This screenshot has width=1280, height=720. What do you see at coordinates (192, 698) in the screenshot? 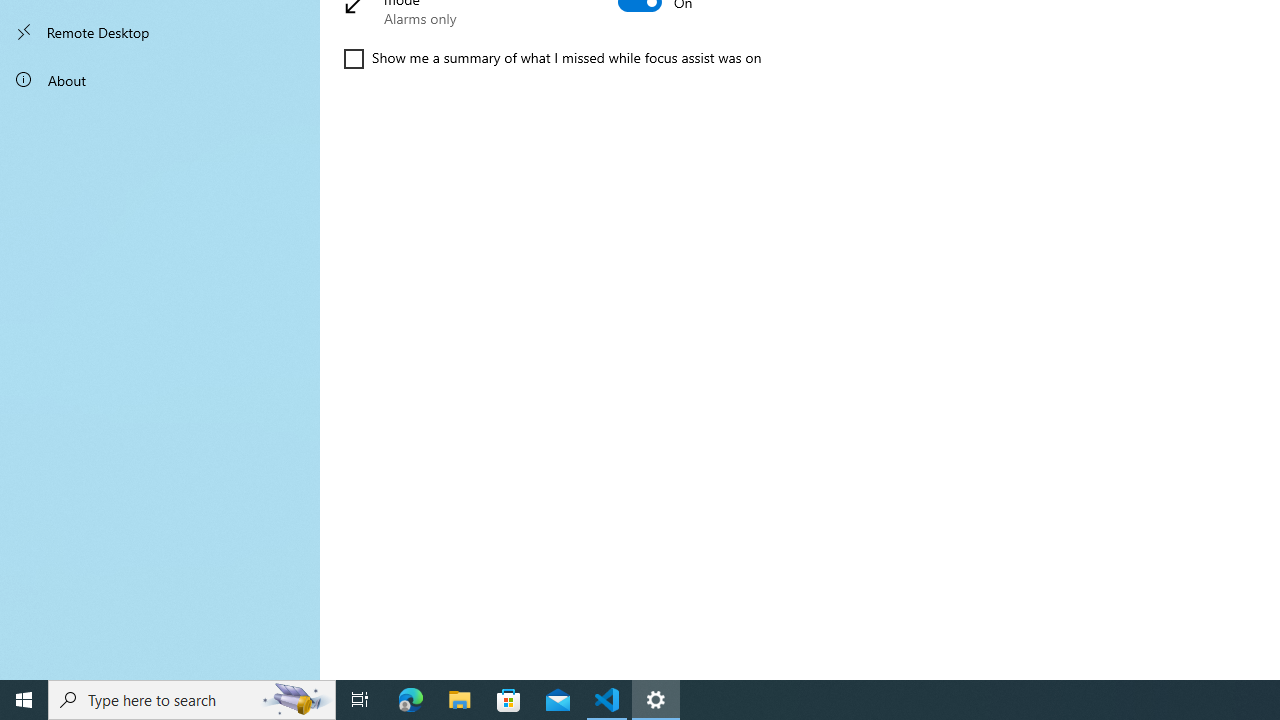
I see `'Type here to search'` at bounding box center [192, 698].